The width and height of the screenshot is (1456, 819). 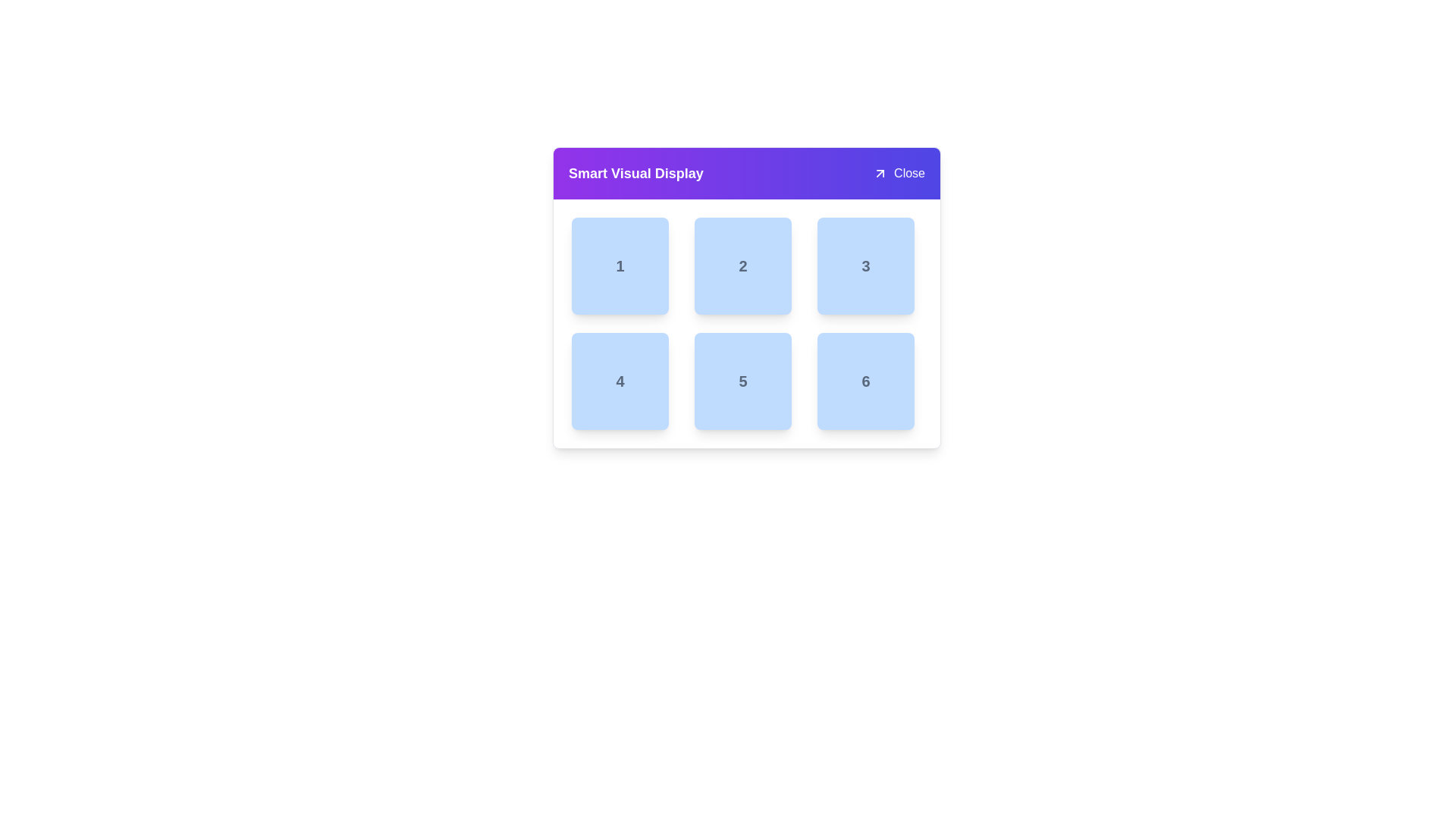 I want to click on the close button located at the rightmost side of the 'Smart Visual Display' header, so click(x=899, y=172).